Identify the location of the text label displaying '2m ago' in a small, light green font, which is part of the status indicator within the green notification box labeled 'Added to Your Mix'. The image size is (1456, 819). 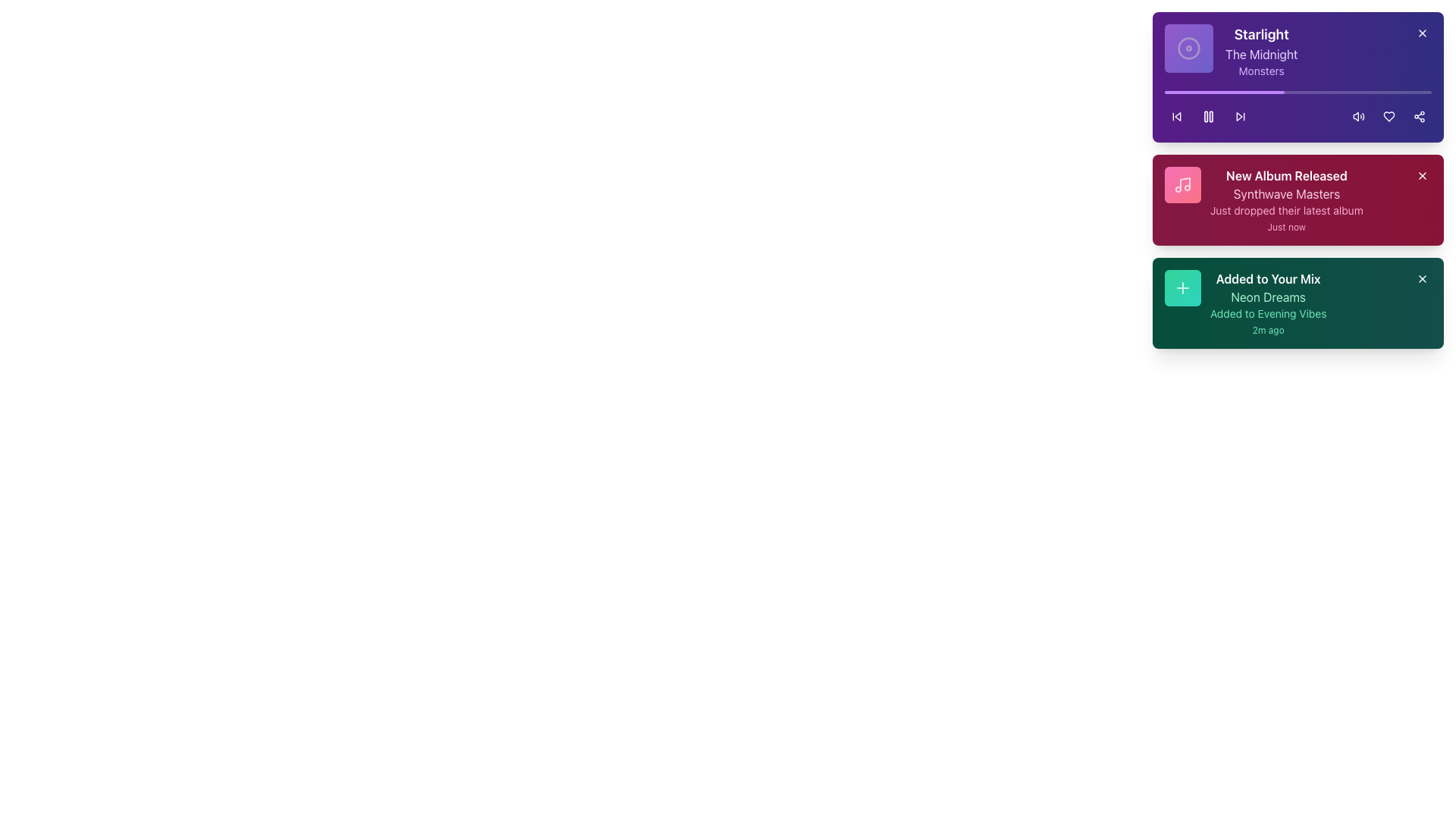
(1268, 329).